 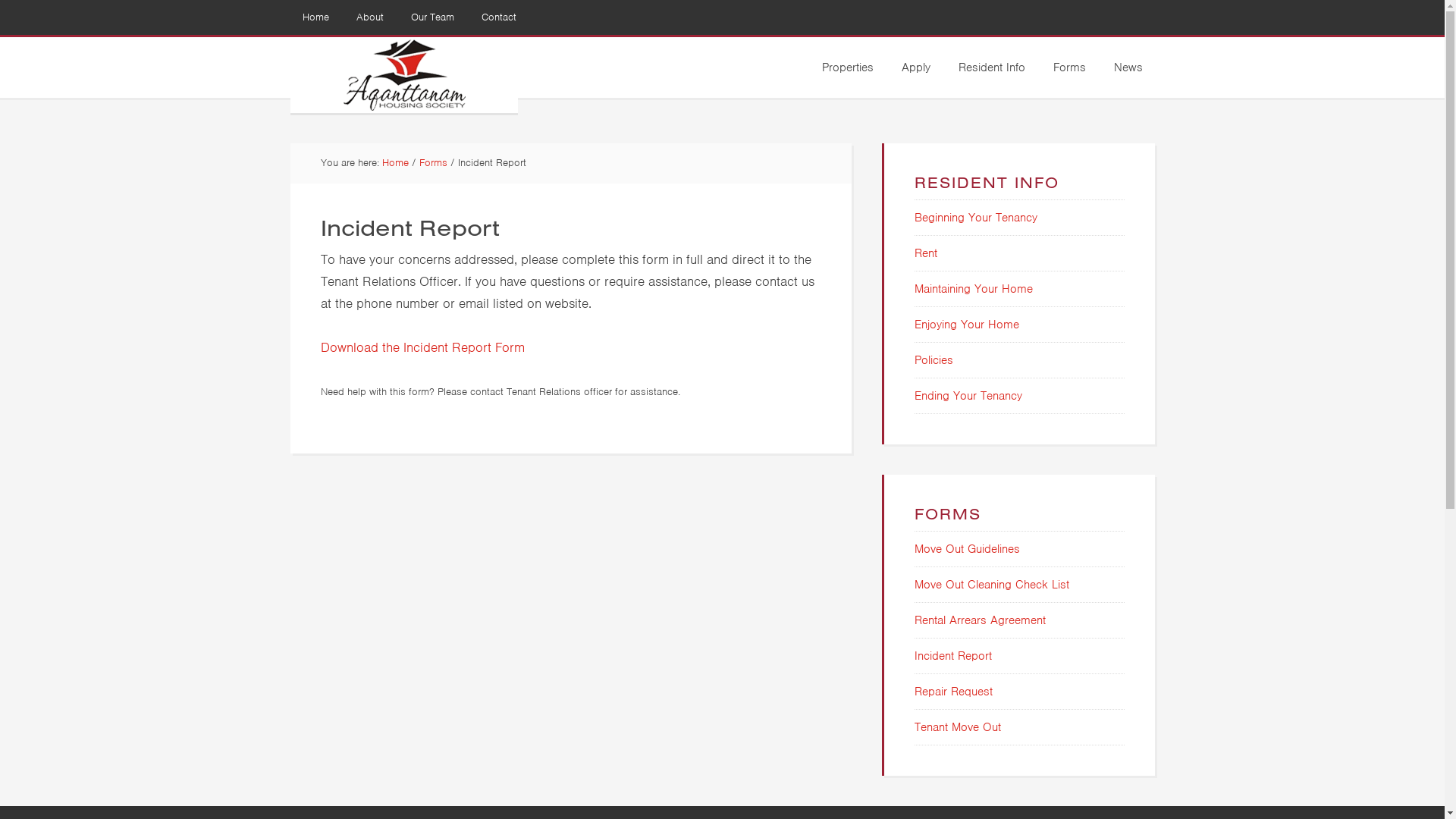 What do you see at coordinates (913, 549) in the screenshot?
I see `'Move Out Guidelines'` at bounding box center [913, 549].